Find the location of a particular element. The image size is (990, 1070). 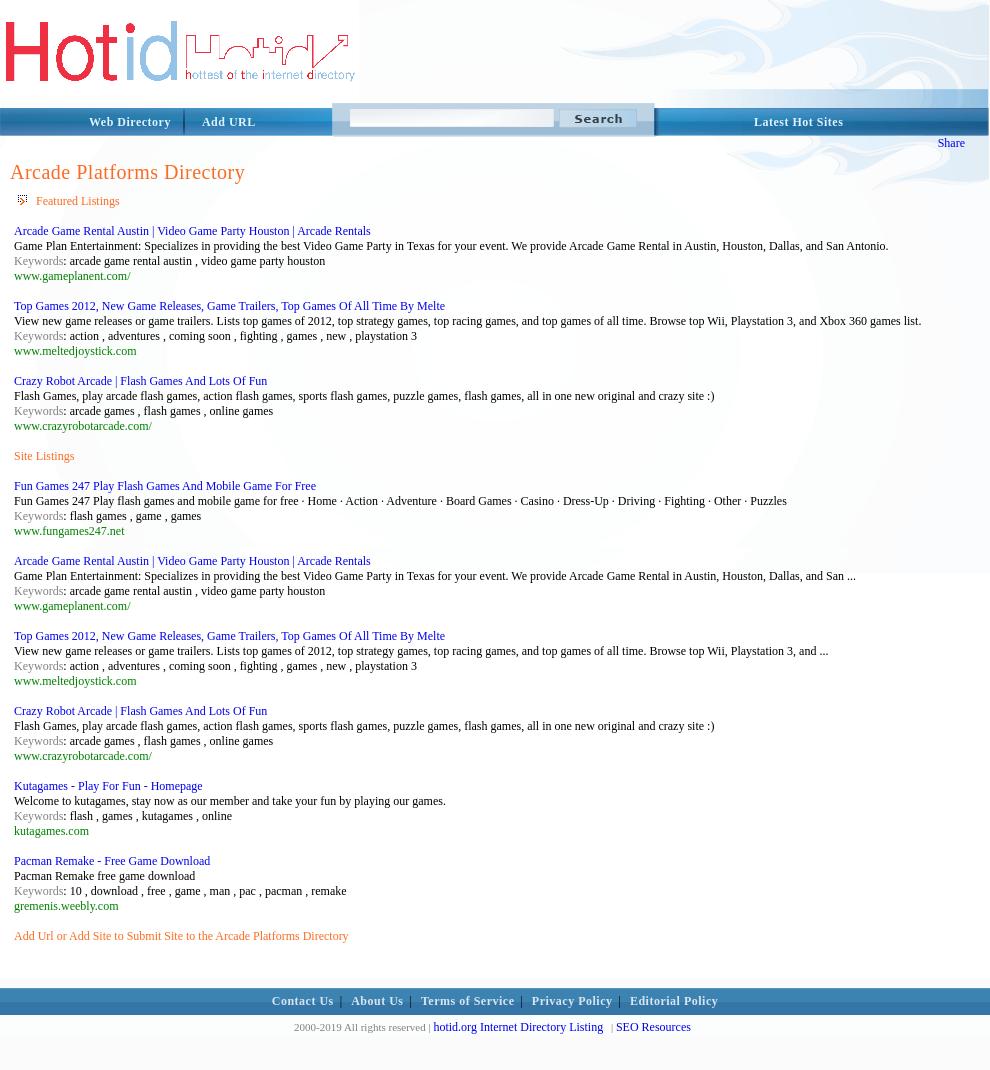

'Pacman Remake  - Free Game Download' is located at coordinates (12, 861).